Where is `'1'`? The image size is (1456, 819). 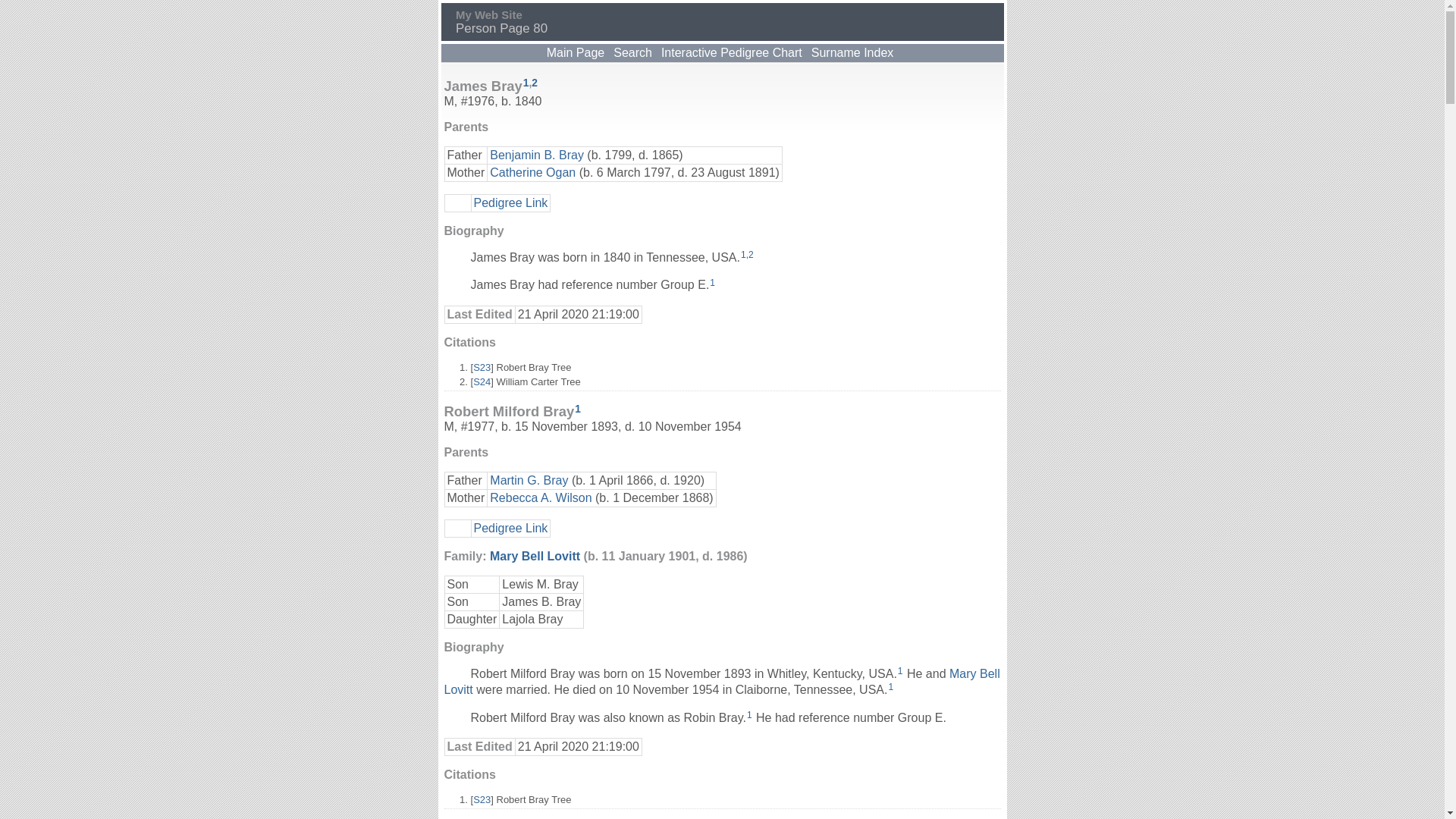
'1' is located at coordinates (709, 283).